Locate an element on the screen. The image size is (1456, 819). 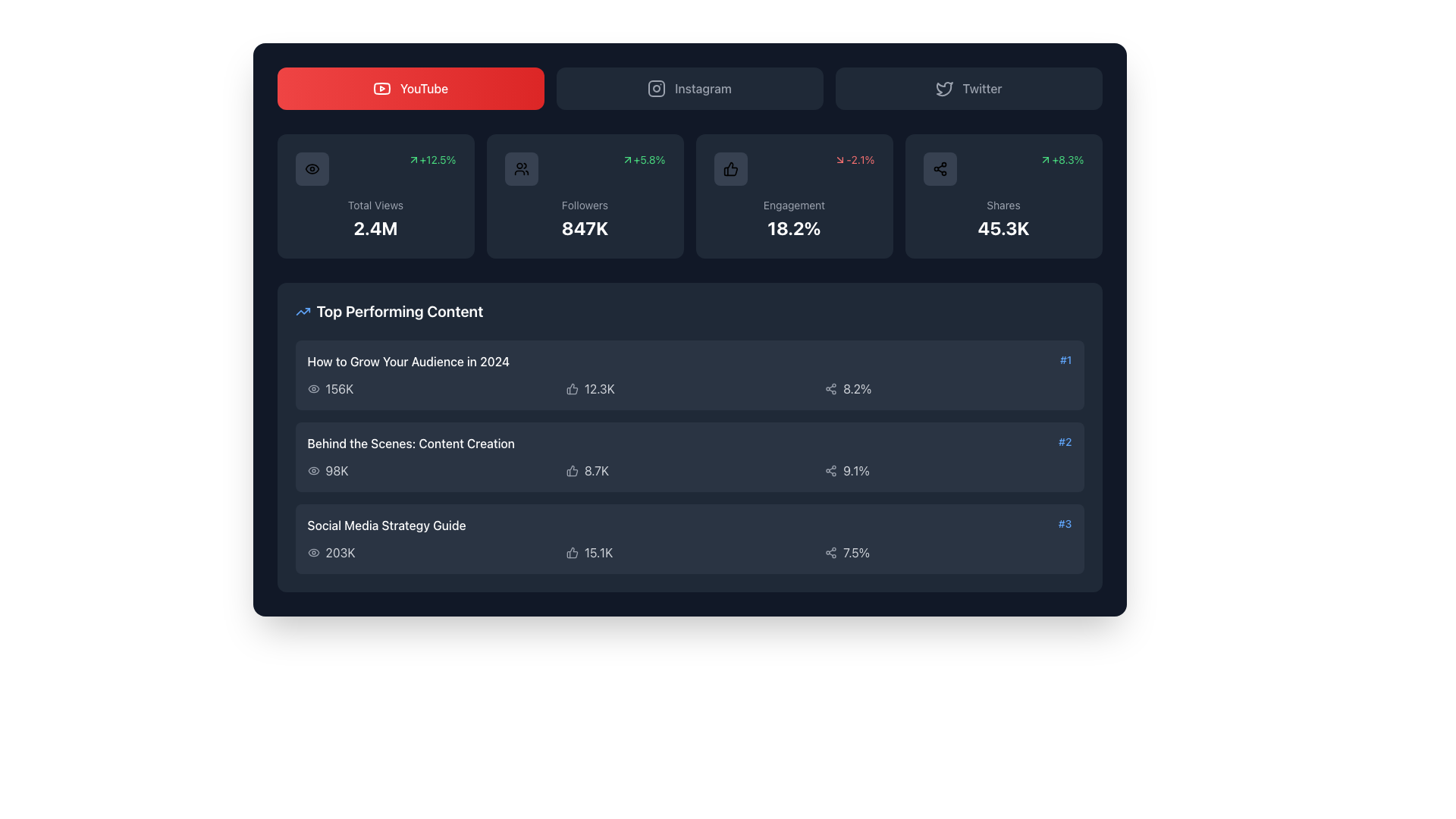
text displayed in the Text Display element showing '2.4M', which is centrally positioned within the card component located below 'Total Views' is located at coordinates (375, 227).